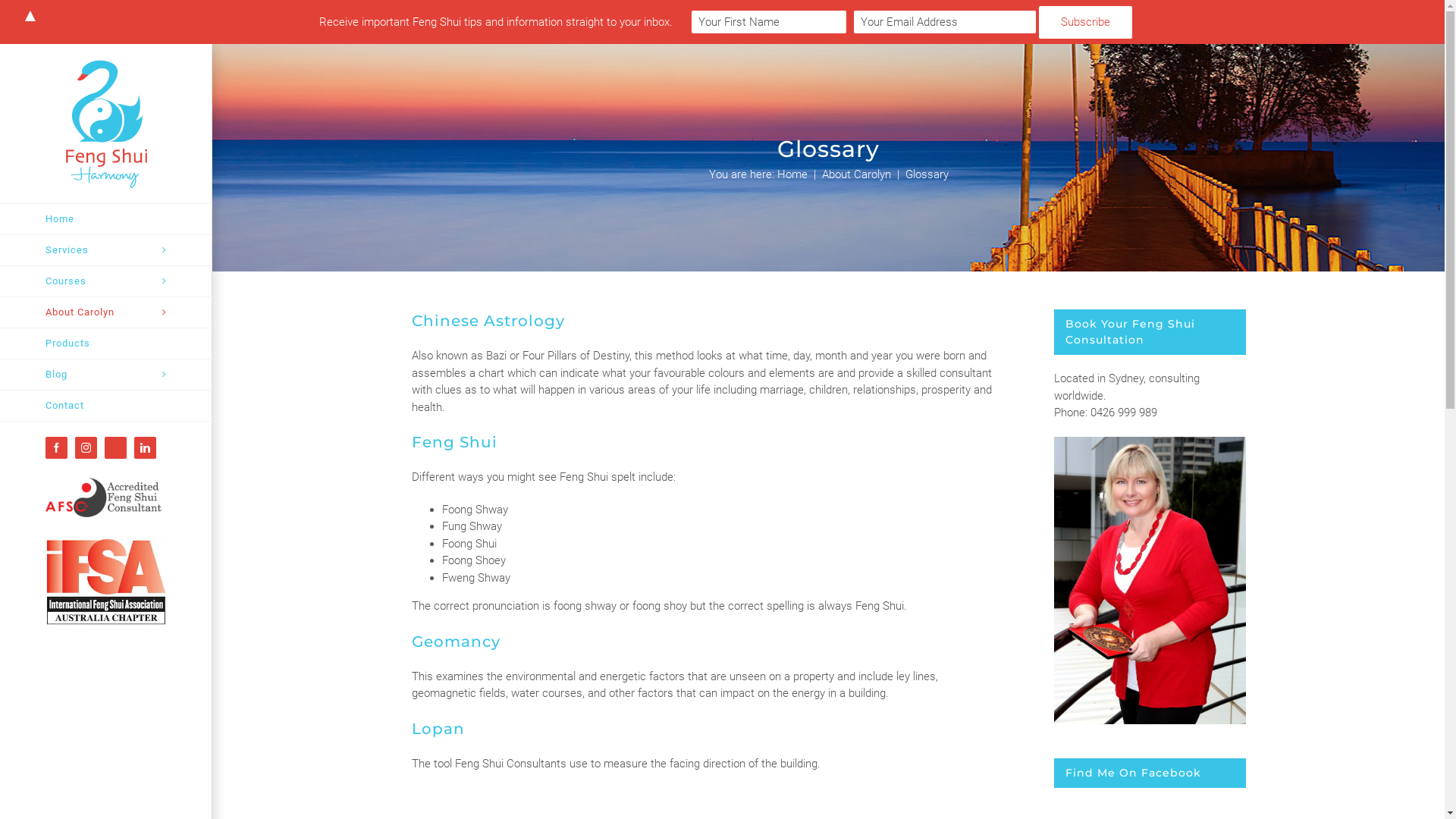 The height and width of the screenshot is (819, 1456). I want to click on 'Home', so click(790, 174).